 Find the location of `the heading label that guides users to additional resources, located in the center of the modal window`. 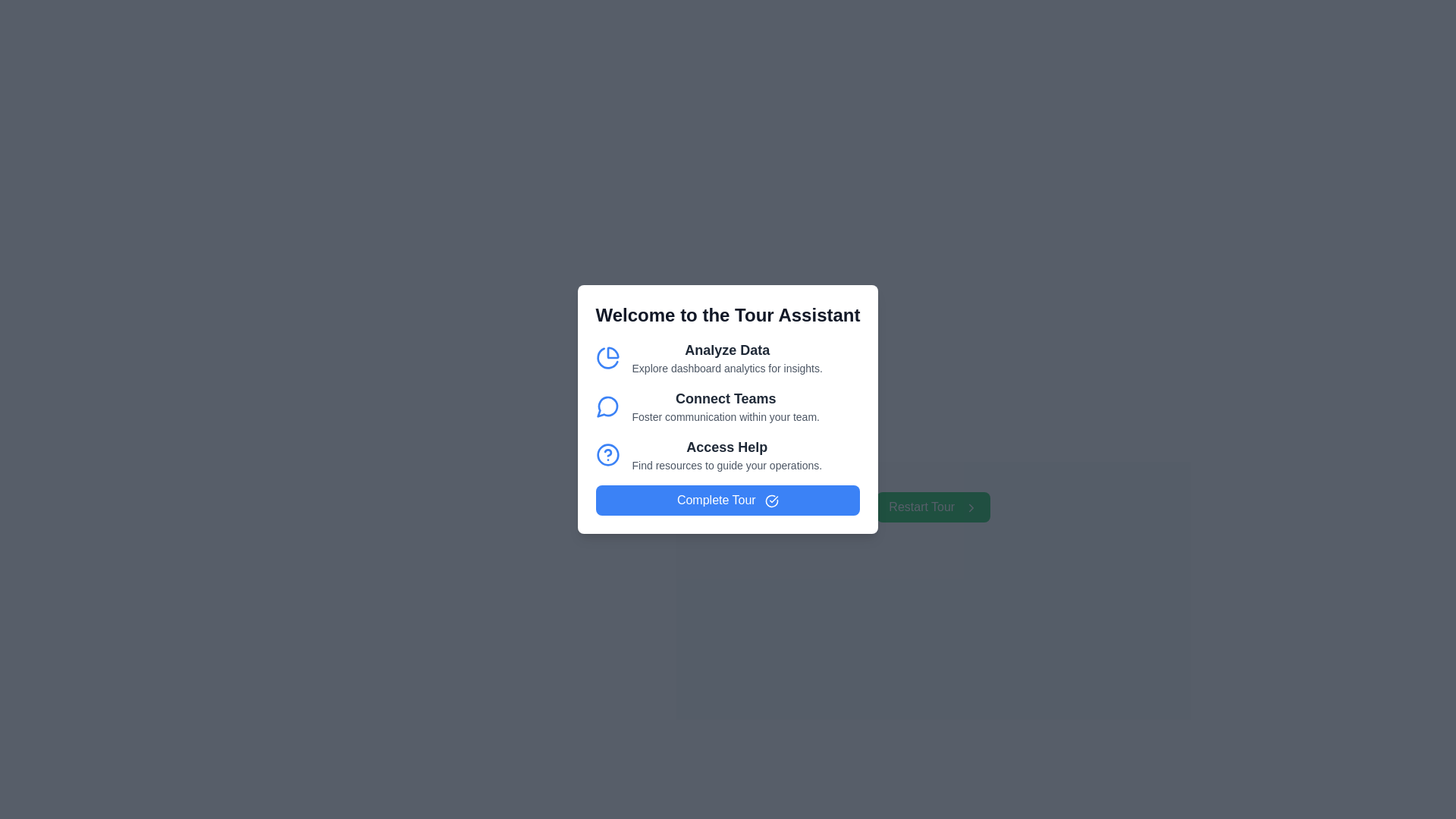

the heading label that guides users to additional resources, located in the center of the modal window is located at coordinates (726, 447).